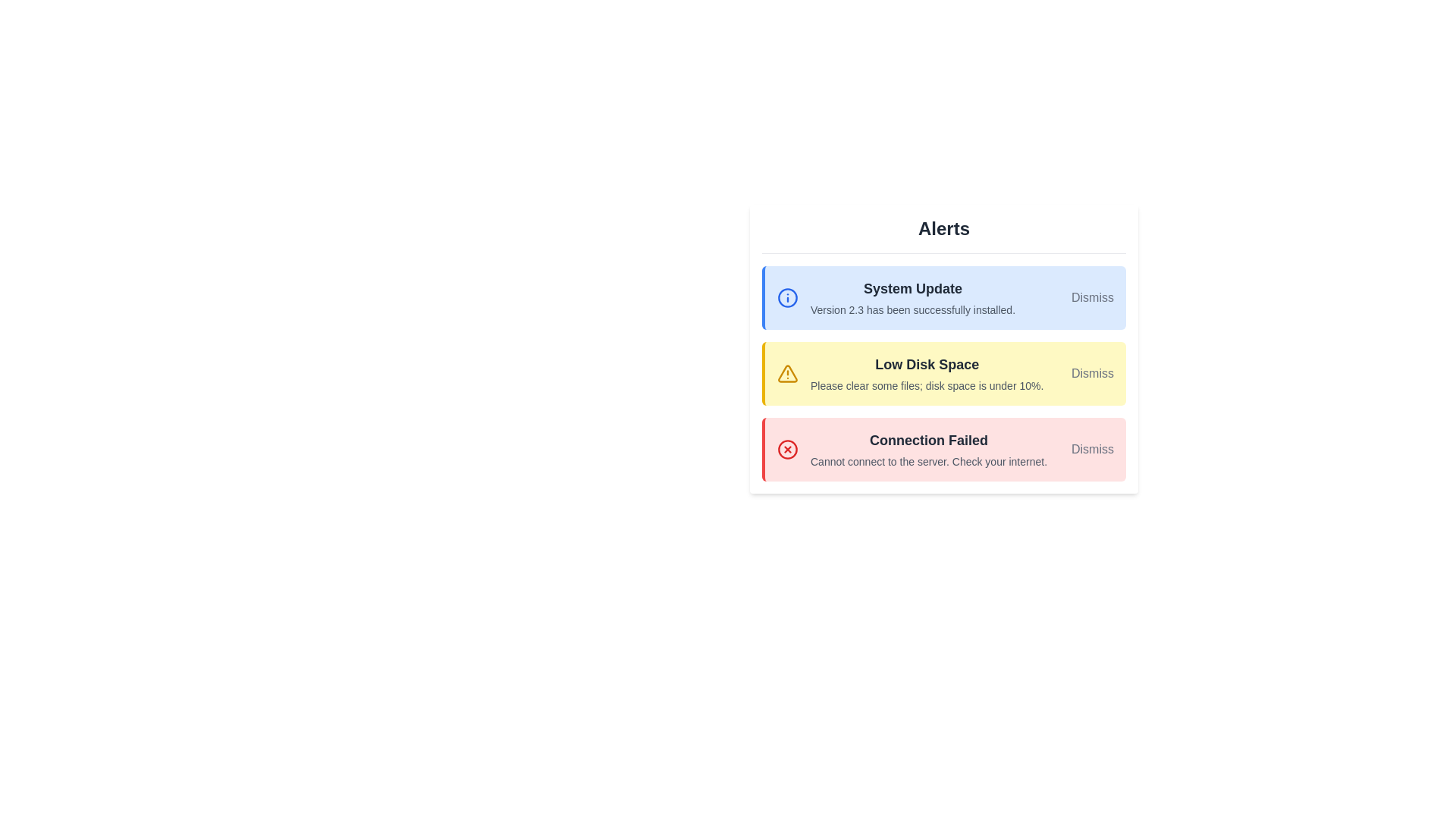 The height and width of the screenshot is (819, 1456). What do you see at coordinates (912, 289) in the screenshot?
I see `text label that displays 'System Update', which is styled in bold, larger size, and dark gray color within a light blue box, positioned at the top of the alert messages` at bounding box center [912, 289].